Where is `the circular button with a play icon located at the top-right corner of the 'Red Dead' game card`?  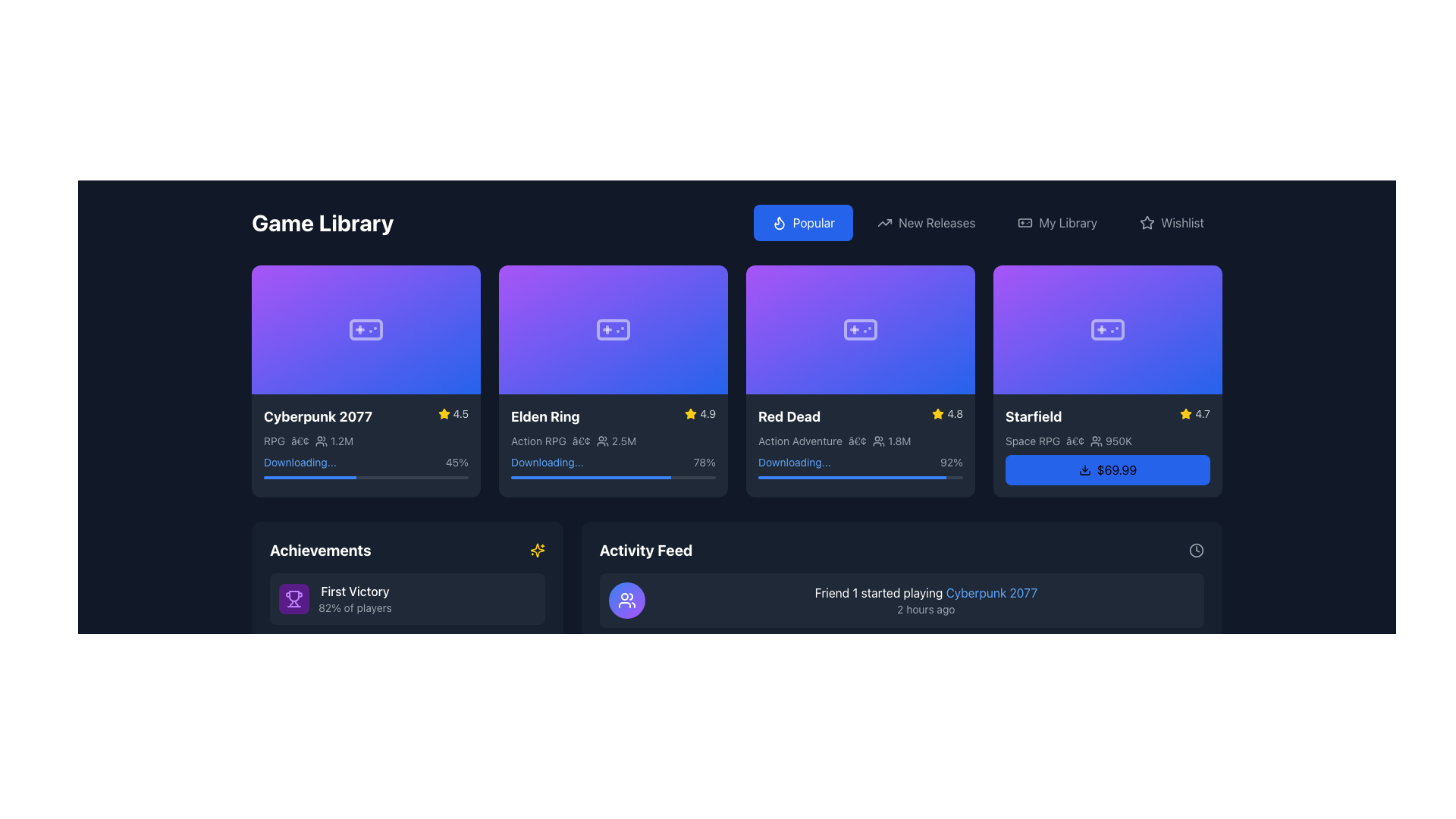 the circular button with a play icon located at the top-right corner of the 'Red Dead' game card is located at coordinates (954, 284).